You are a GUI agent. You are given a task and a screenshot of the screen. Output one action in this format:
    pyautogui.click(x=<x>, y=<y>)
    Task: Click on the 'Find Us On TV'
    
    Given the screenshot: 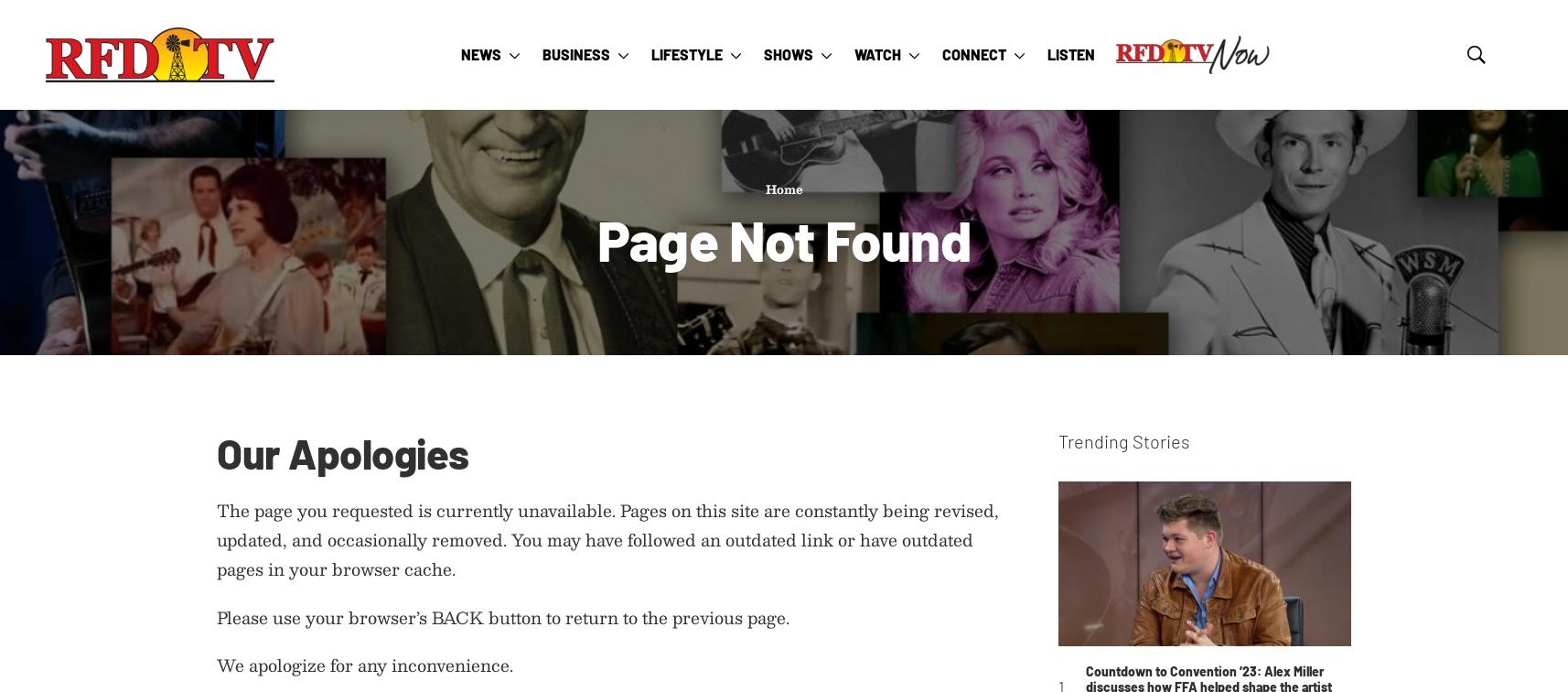 What is the action you would take?
    pyautogui.click(x=899, y=146)
    